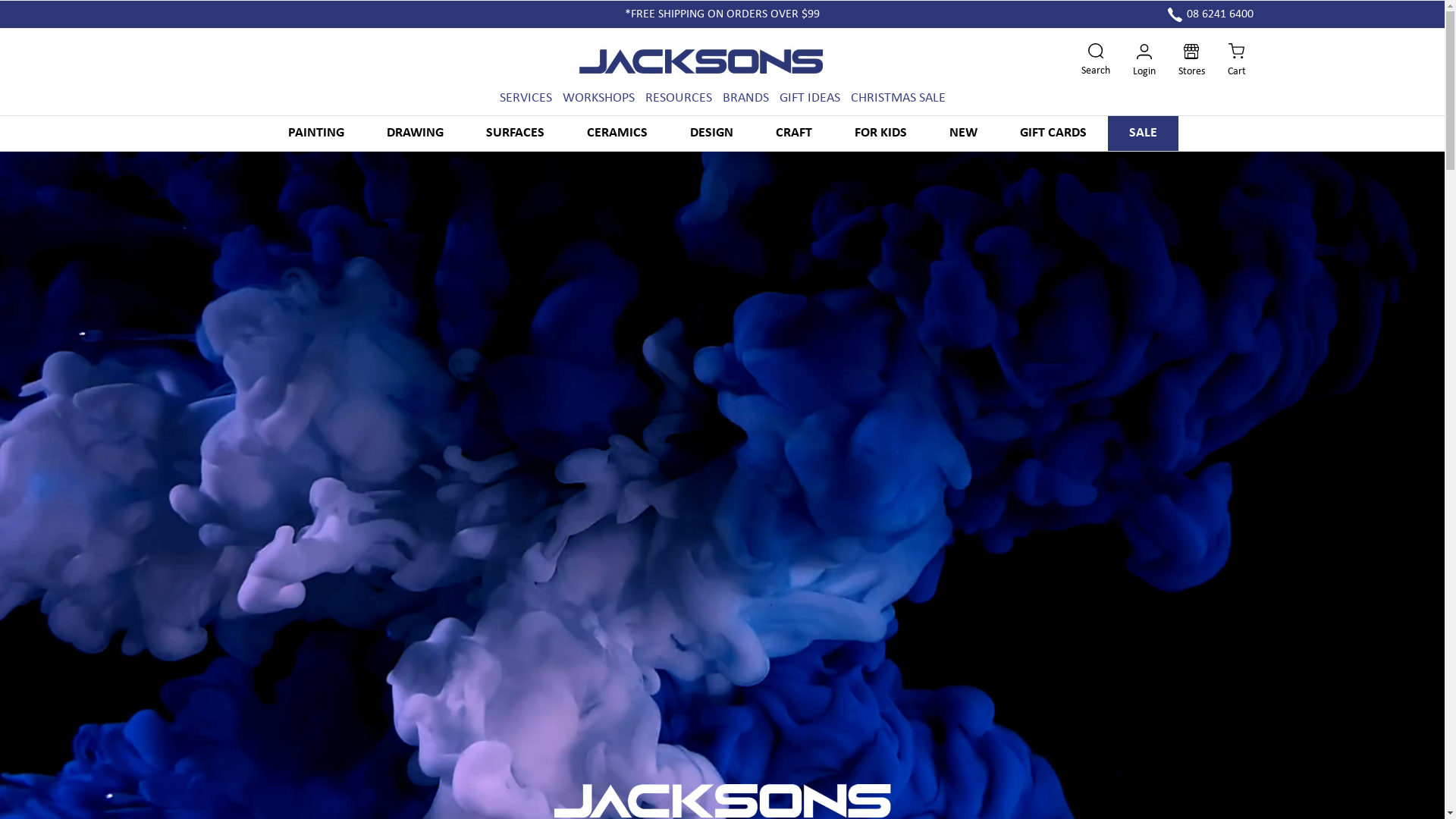  Describe the element at coordinates (1236, 61) in the screenshot. I see `'Cart'` at that location.